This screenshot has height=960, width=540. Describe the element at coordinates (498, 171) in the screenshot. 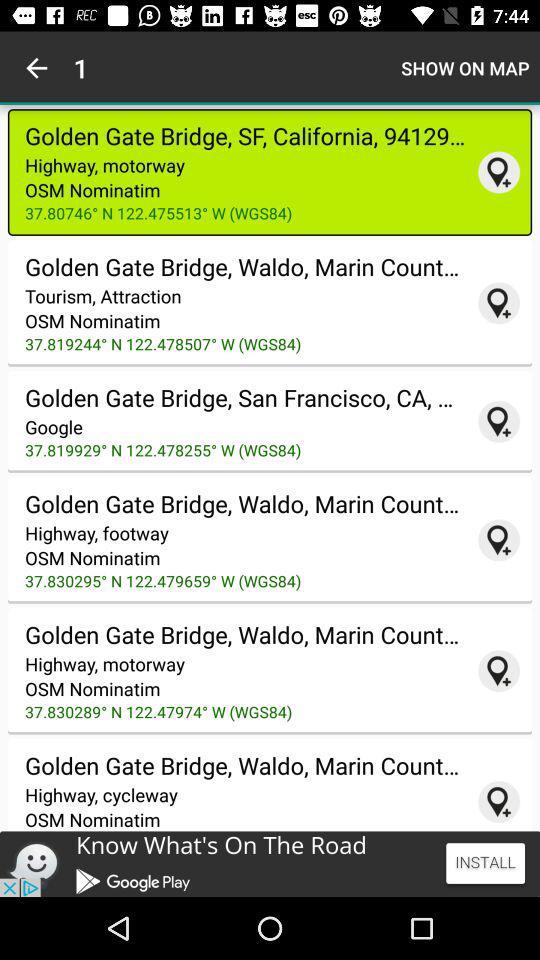

I see `golden gate bridge to map` at that location.